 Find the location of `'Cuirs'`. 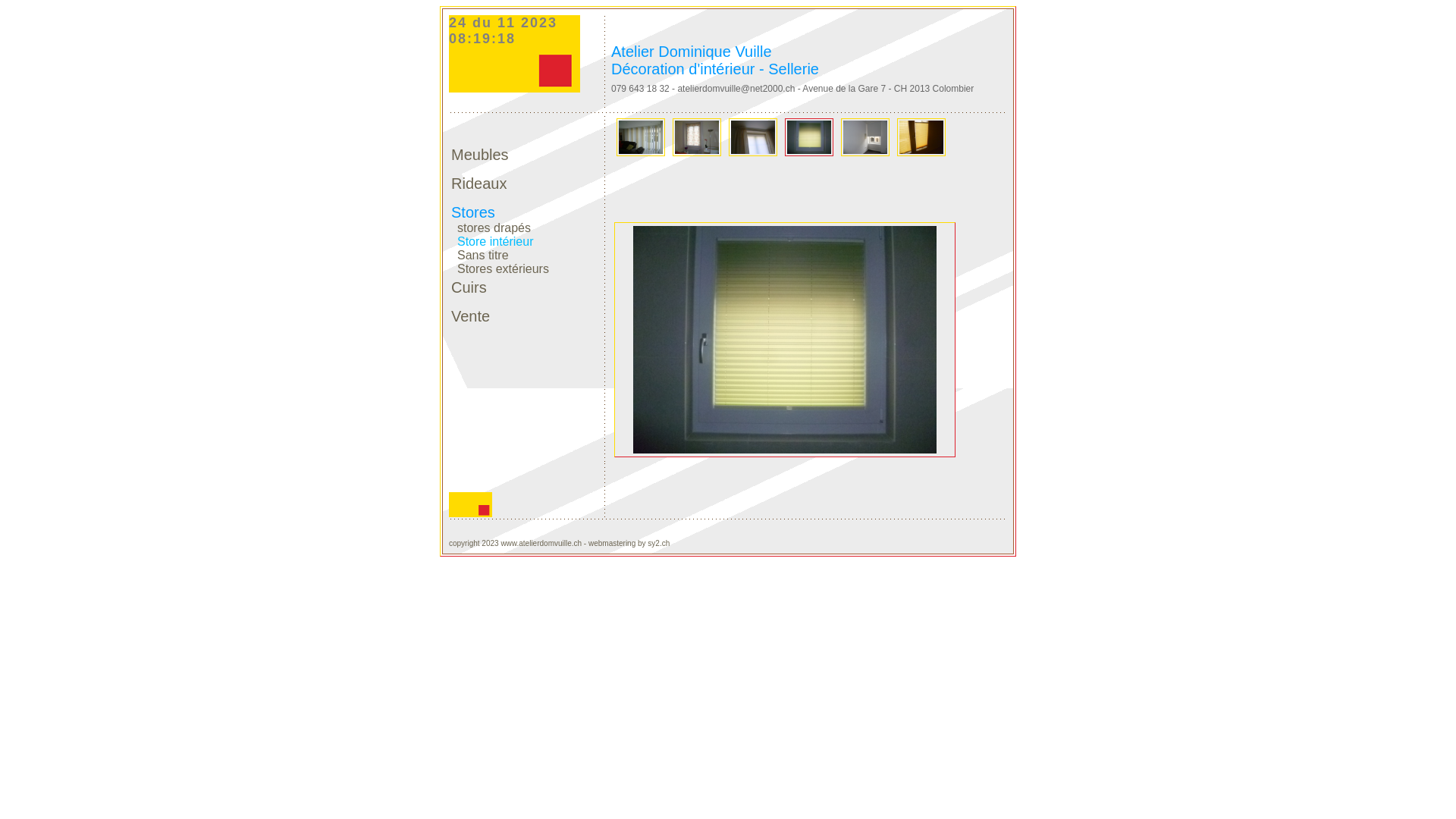

'Cuirs' is located at coordinates (450, 287).